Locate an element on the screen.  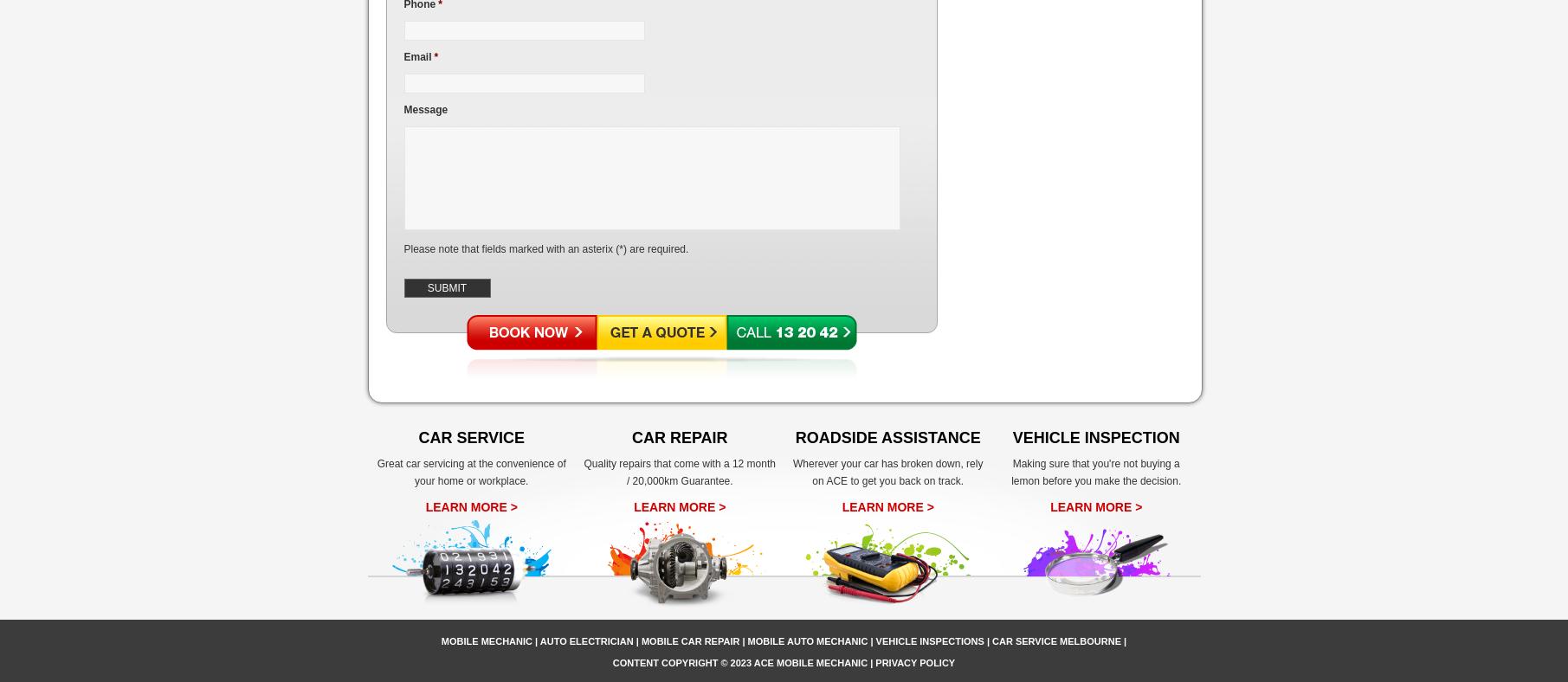
'Mobile Car Repair' is located at coordinates (689, 640).